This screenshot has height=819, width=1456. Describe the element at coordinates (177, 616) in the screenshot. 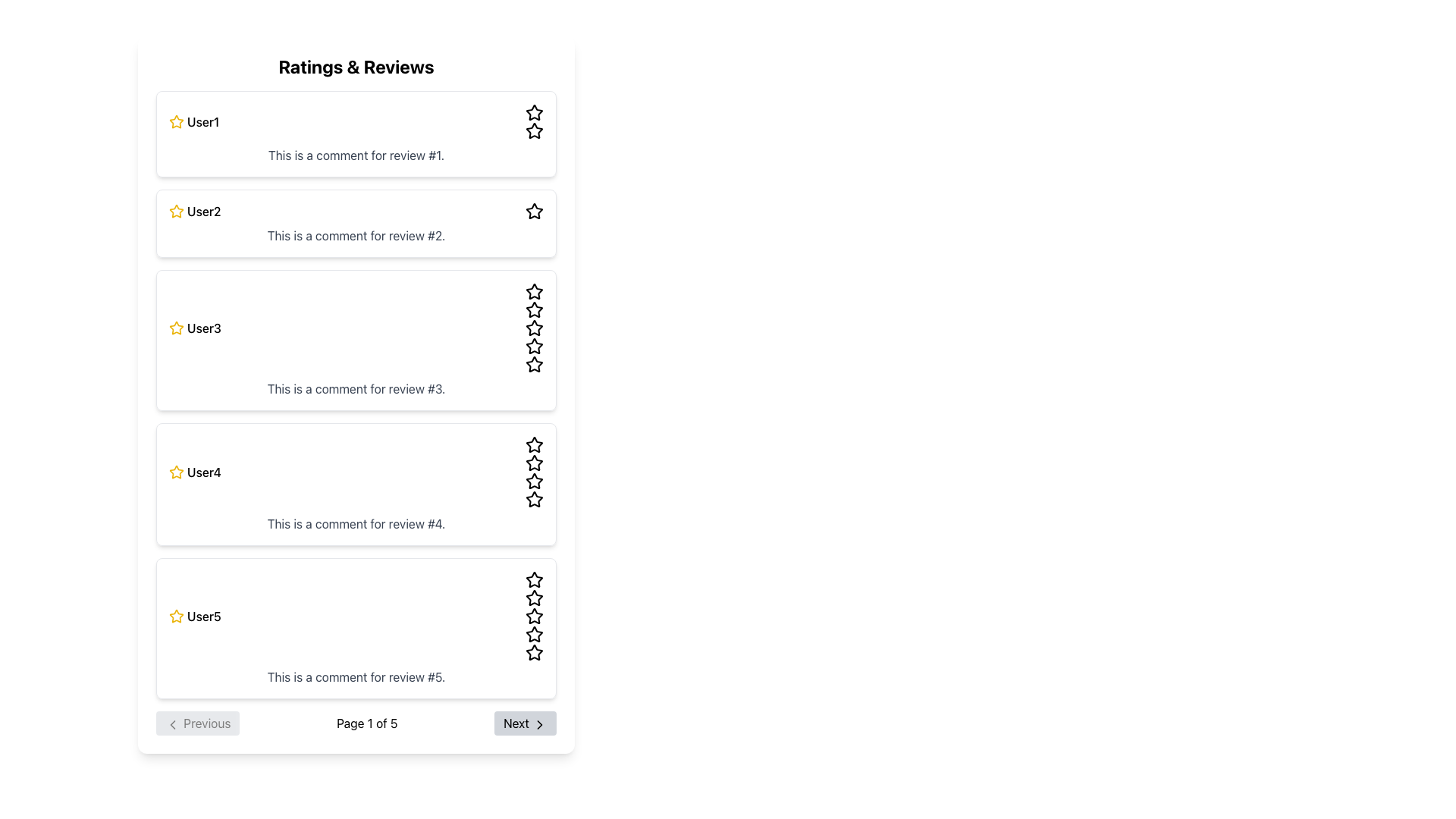

I see `the yellow star-shaped icon with a white interior that indicates ratings, located to the left of the 'User5' review in the fifth item of the list` at that location.